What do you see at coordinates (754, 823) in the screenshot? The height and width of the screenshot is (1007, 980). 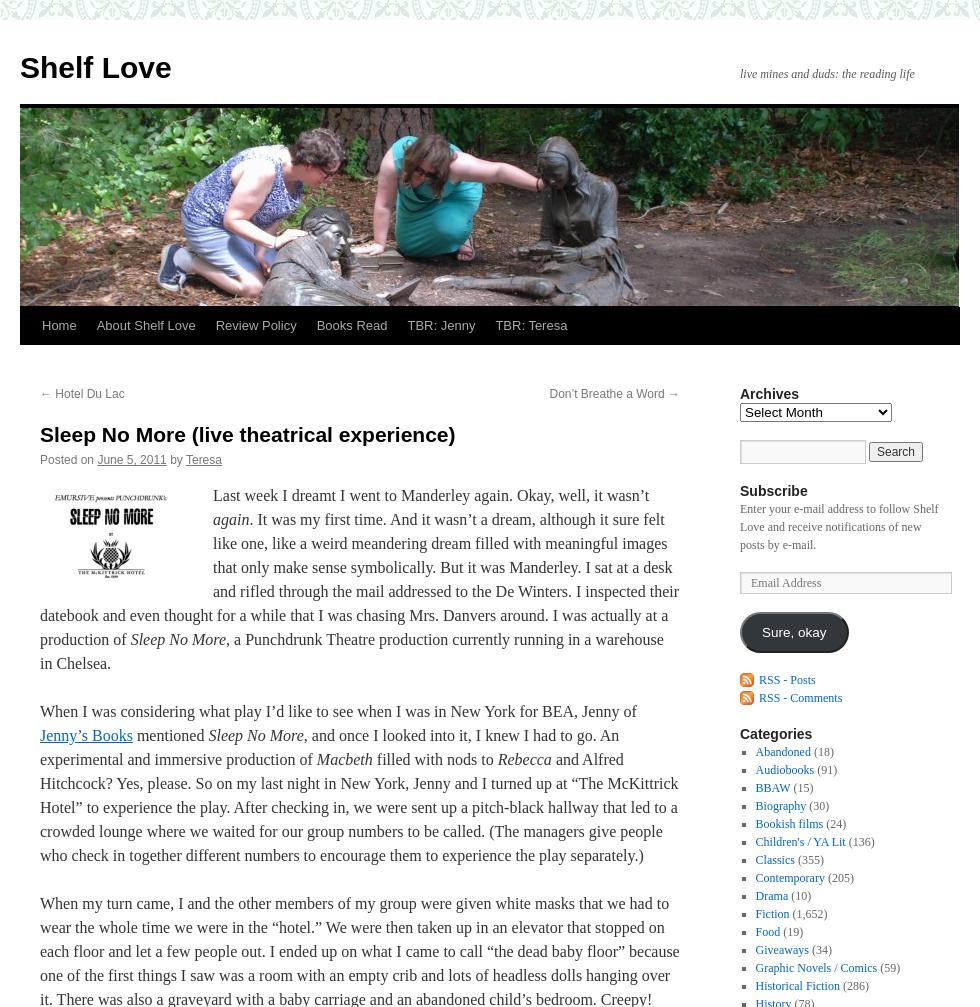 I see `'Bookish films'` at bounding box center [754, 823].